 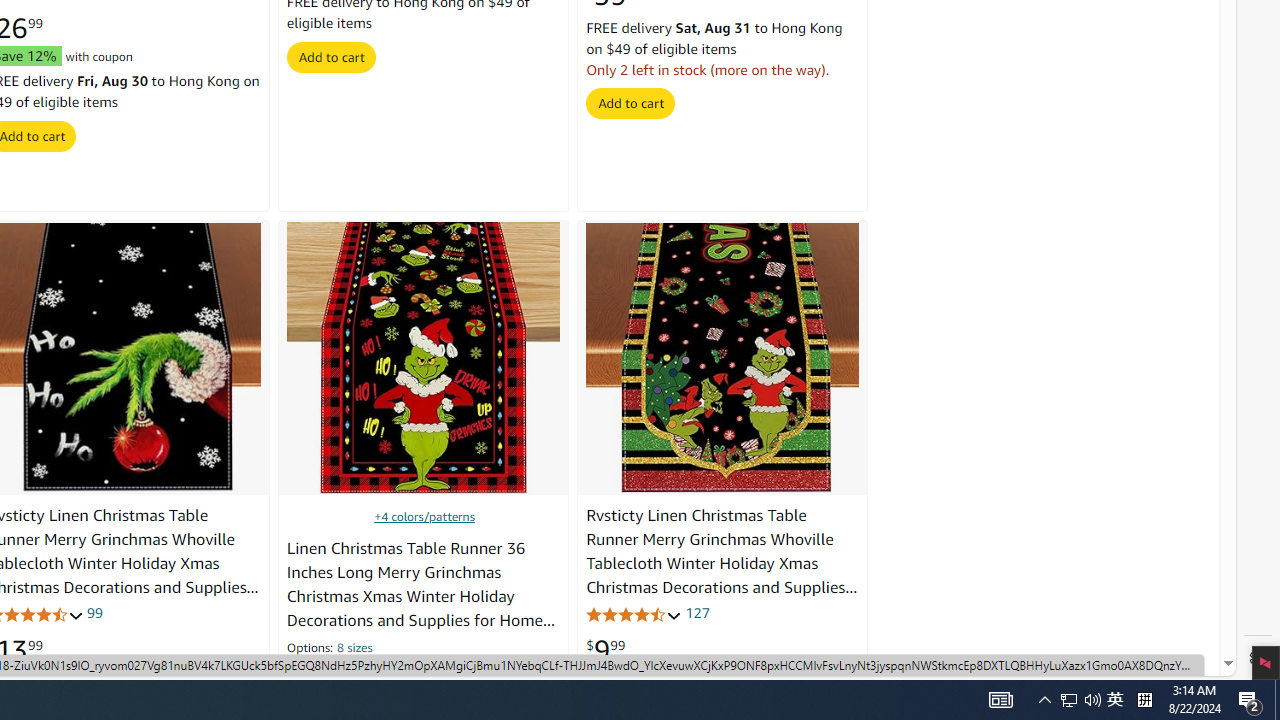 What do you see at coordinates (355, 649) in the screenshot?
I see `'8 sizes'` at bounding box center [355, 649].